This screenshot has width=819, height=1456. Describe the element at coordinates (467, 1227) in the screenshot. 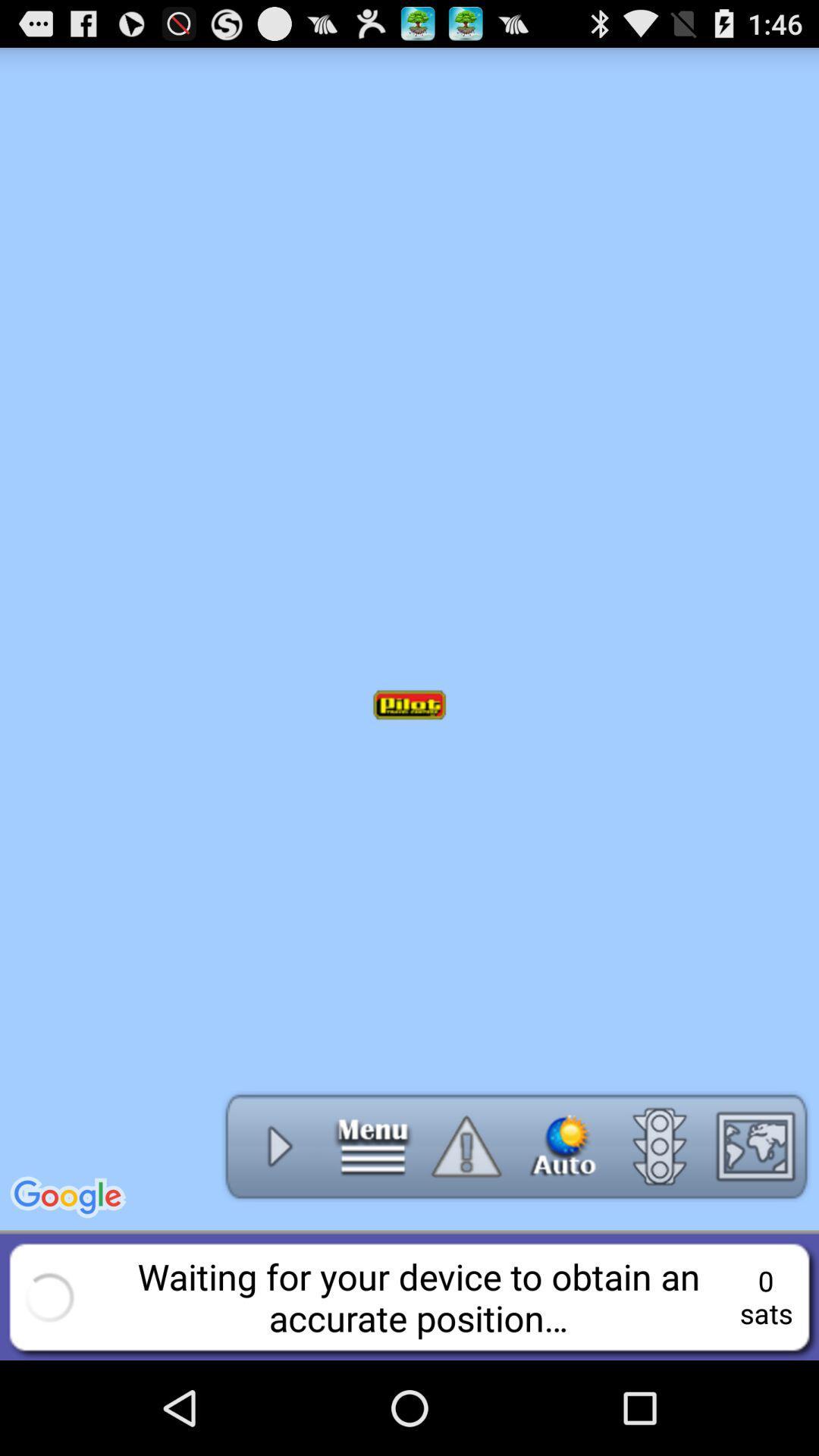

I see `the warning icon` at that location.